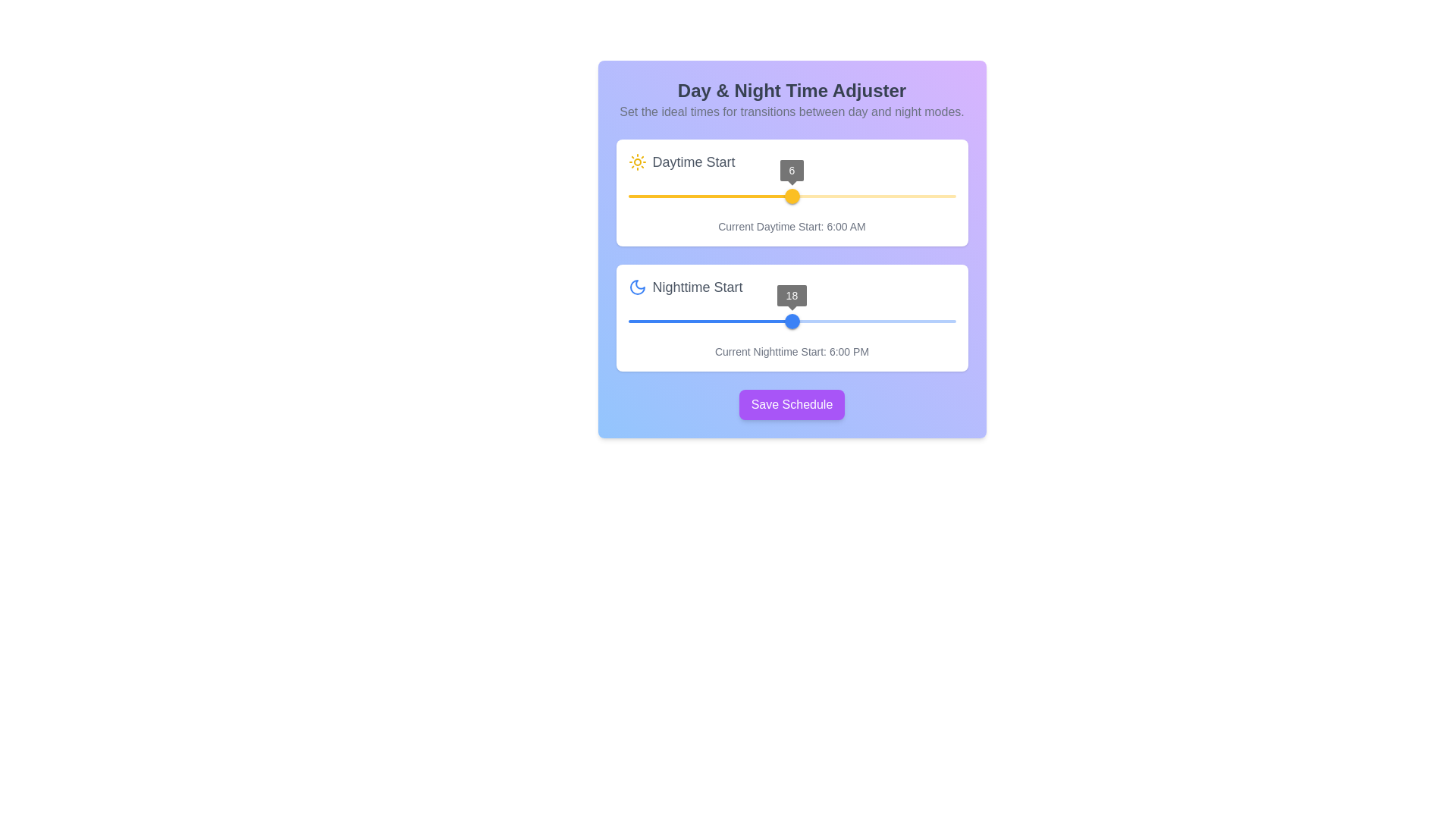 The image size is (1456, 819). I want to click on the daytime start, so click(695, 195).